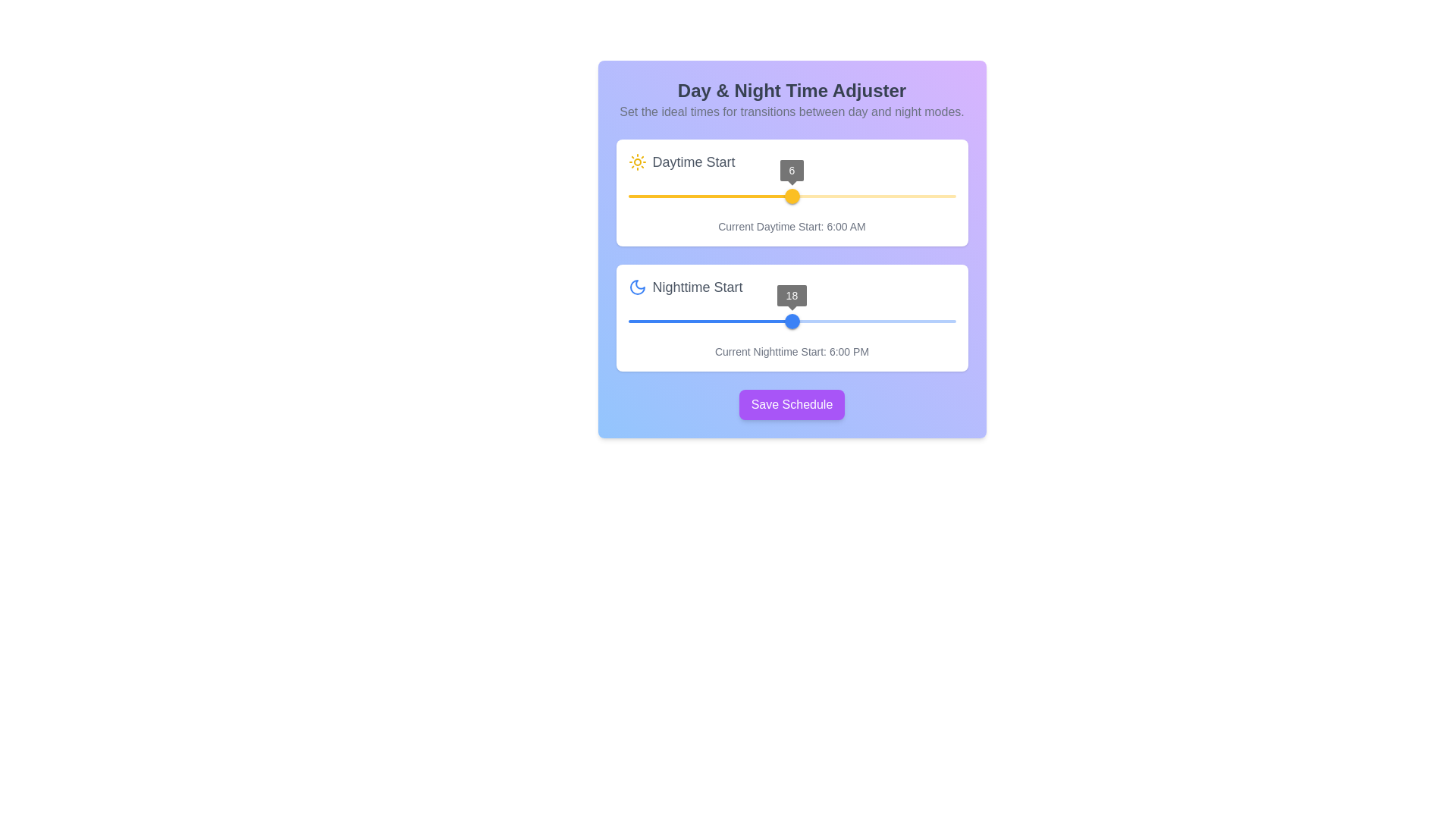 The image size is (1456, 819). I want to click on the daytime start, so click(695, 195).